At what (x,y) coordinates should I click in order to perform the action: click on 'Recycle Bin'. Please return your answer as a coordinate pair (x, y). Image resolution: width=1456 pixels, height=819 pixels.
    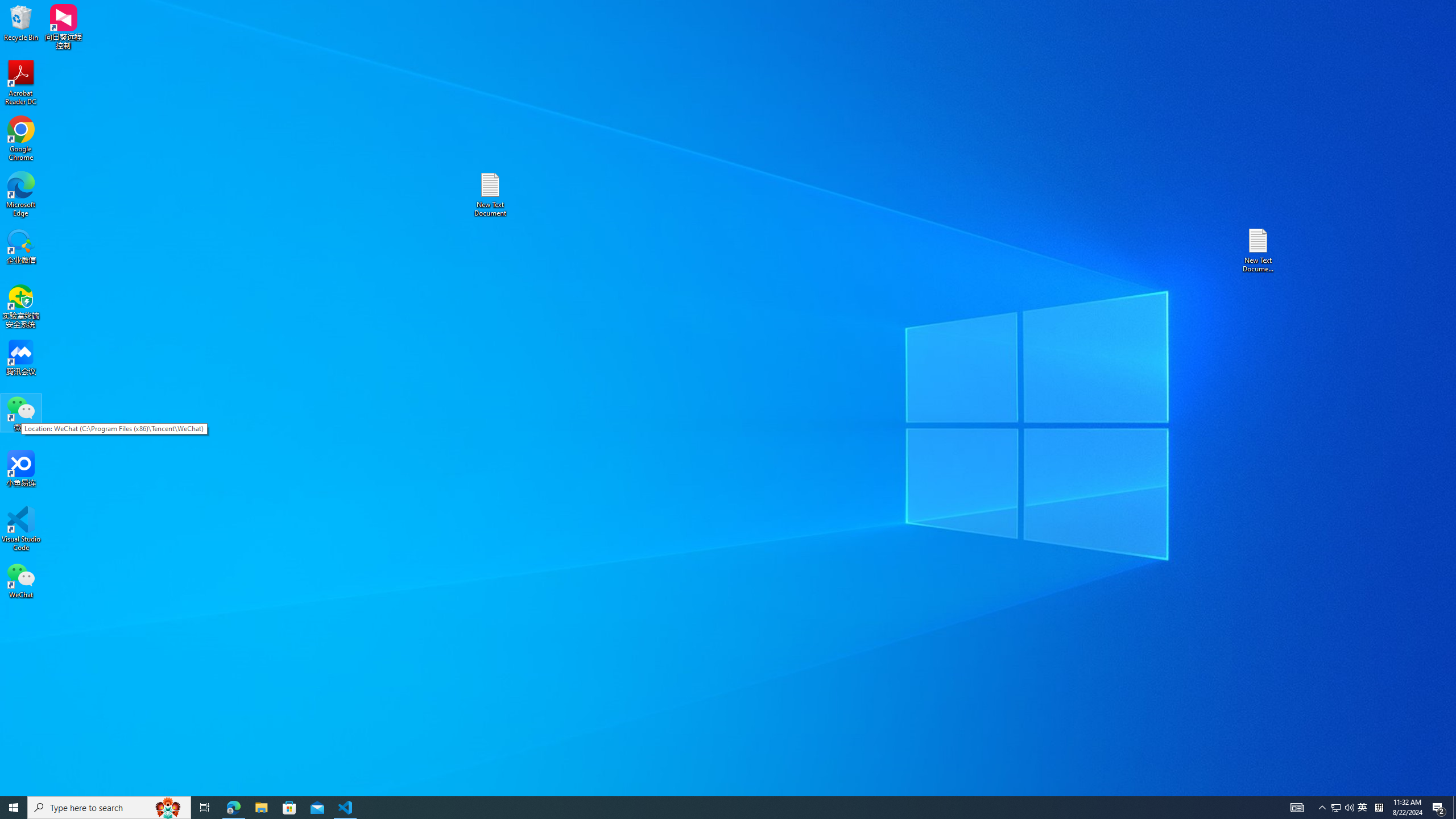
    Looking at the image, I should click on (20, 22).